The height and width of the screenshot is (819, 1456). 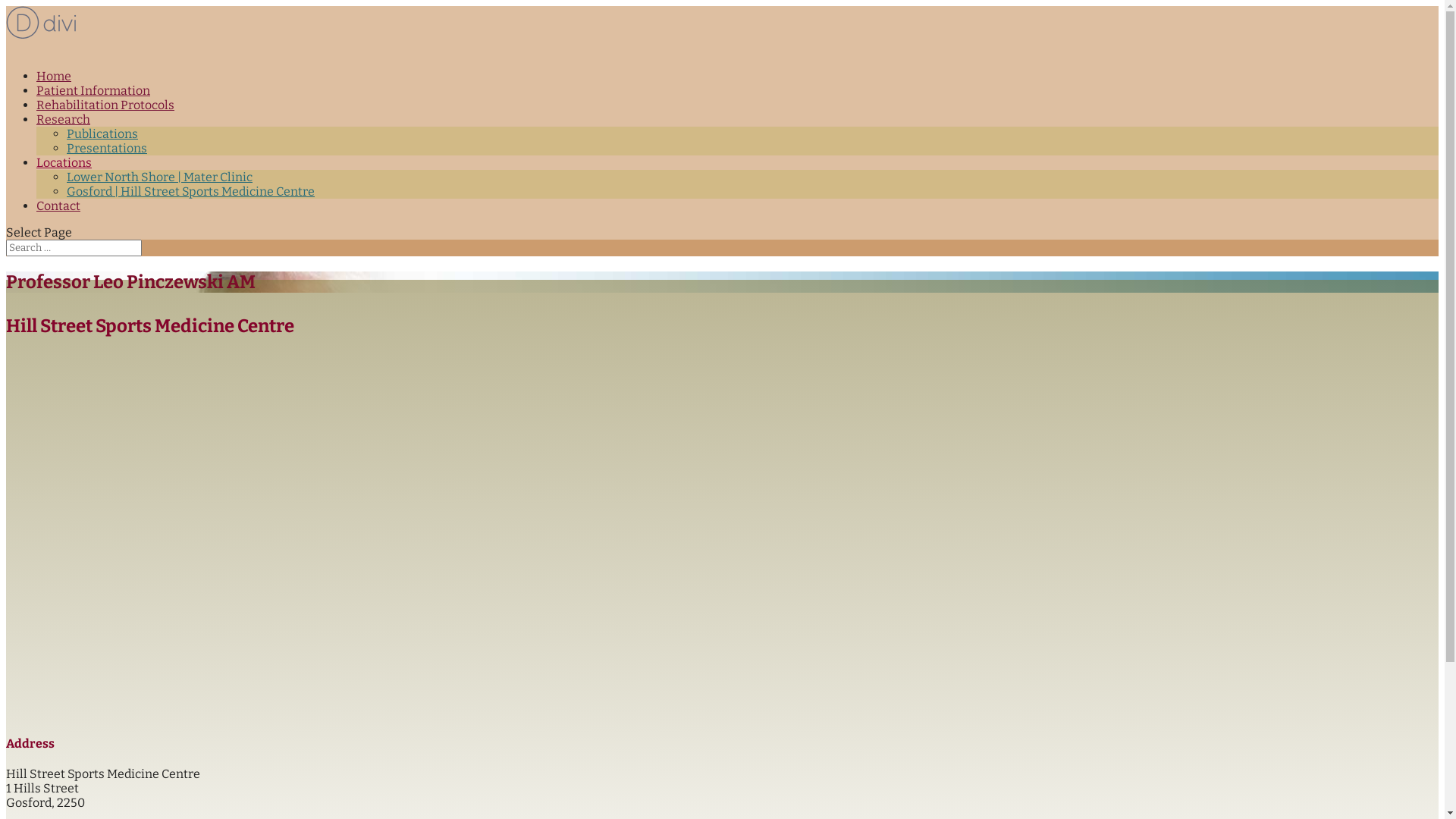 What do you see at coordinates (190, 190) in the screenshot?
I see `'Gosford | Hill Street Sports Medicine Centre'` at bounding box center [190, 190].